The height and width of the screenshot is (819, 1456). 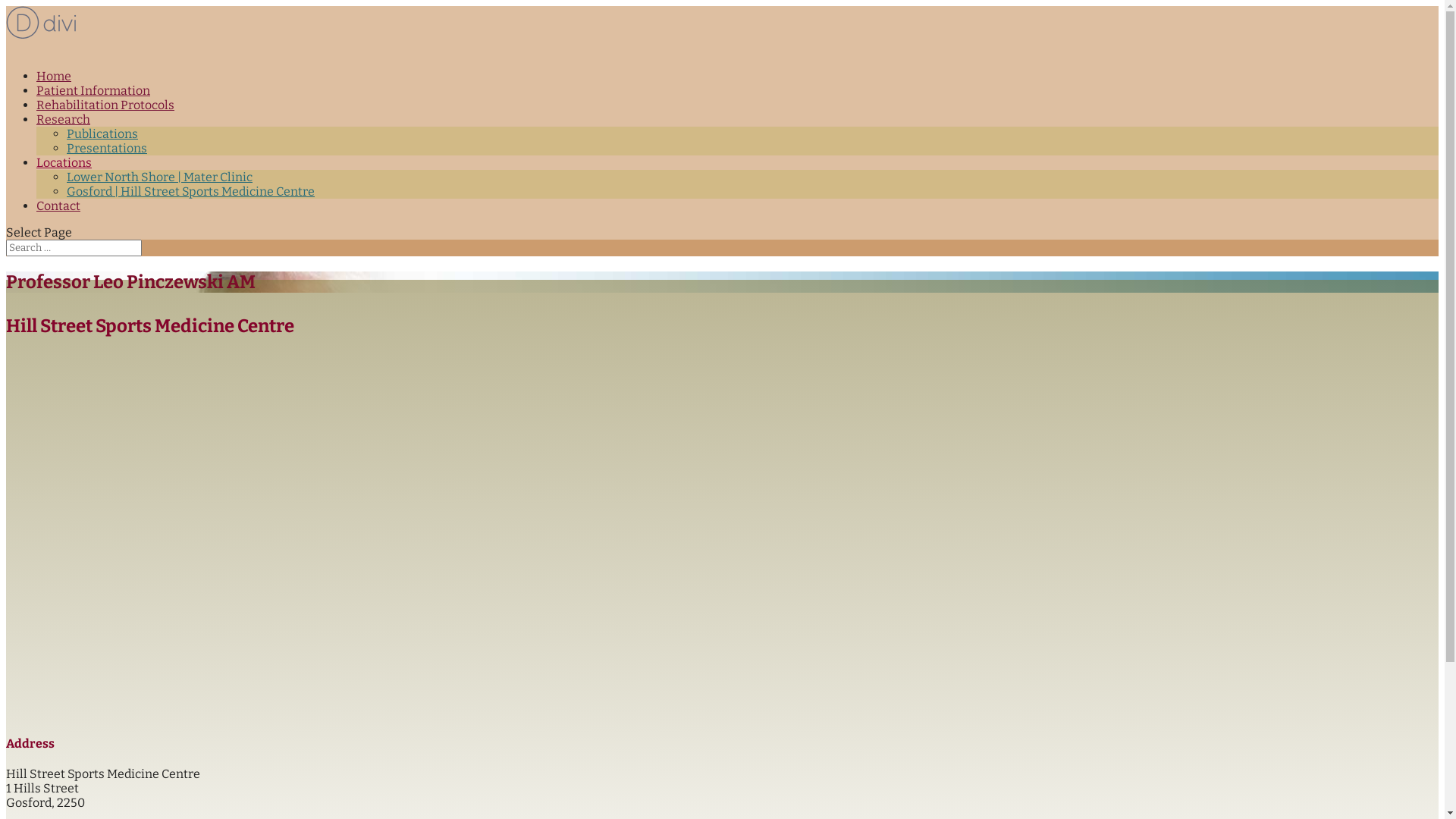 What do you see at coordinates (190, 190) in the screenshot?
I see `'Gosford | Hill Street Sports Medicine Centre'` at bounding box center [190, 190].